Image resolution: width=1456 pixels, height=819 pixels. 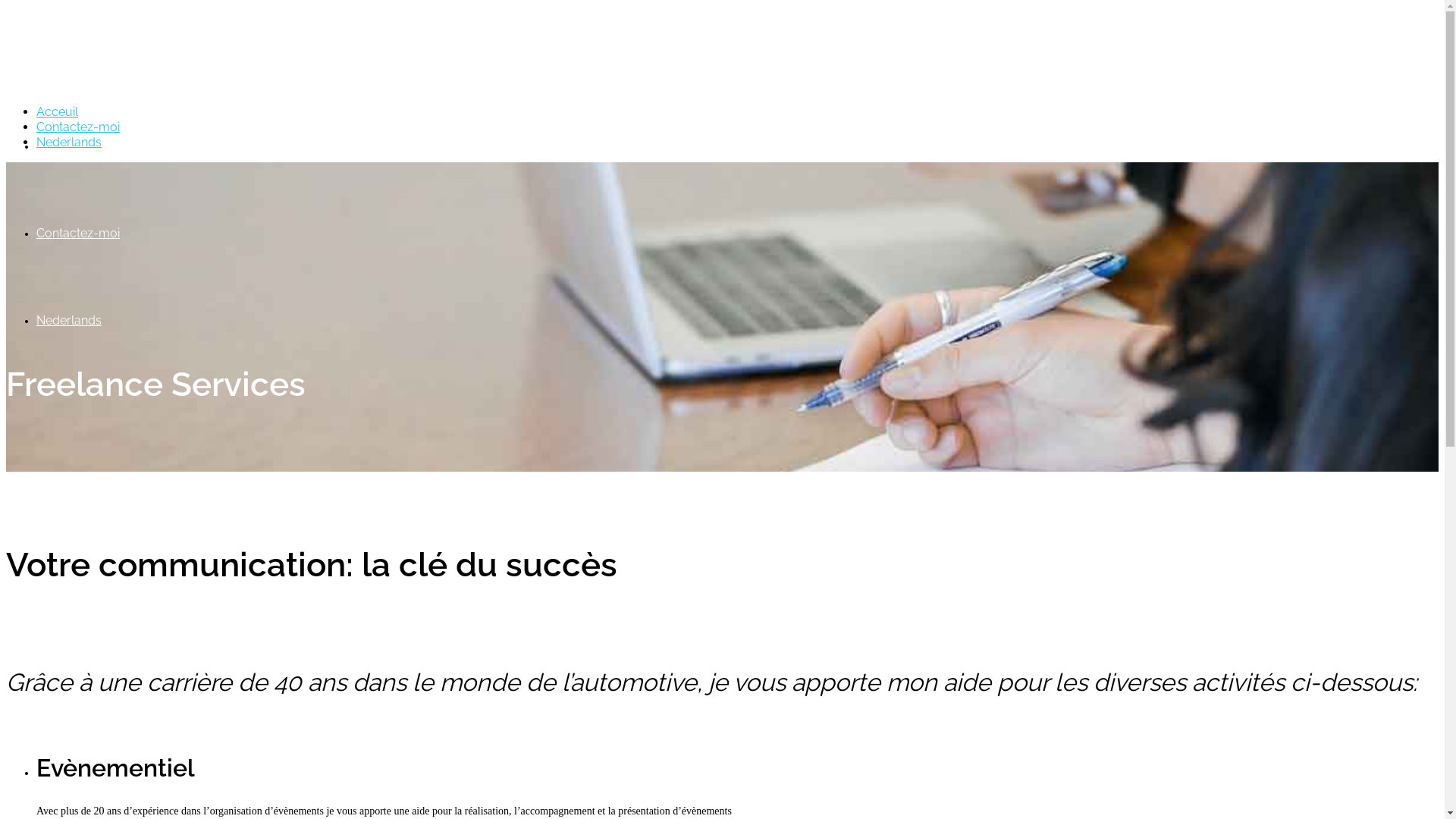 I want to click on 'Acceuil', so click(x=57, y=146).